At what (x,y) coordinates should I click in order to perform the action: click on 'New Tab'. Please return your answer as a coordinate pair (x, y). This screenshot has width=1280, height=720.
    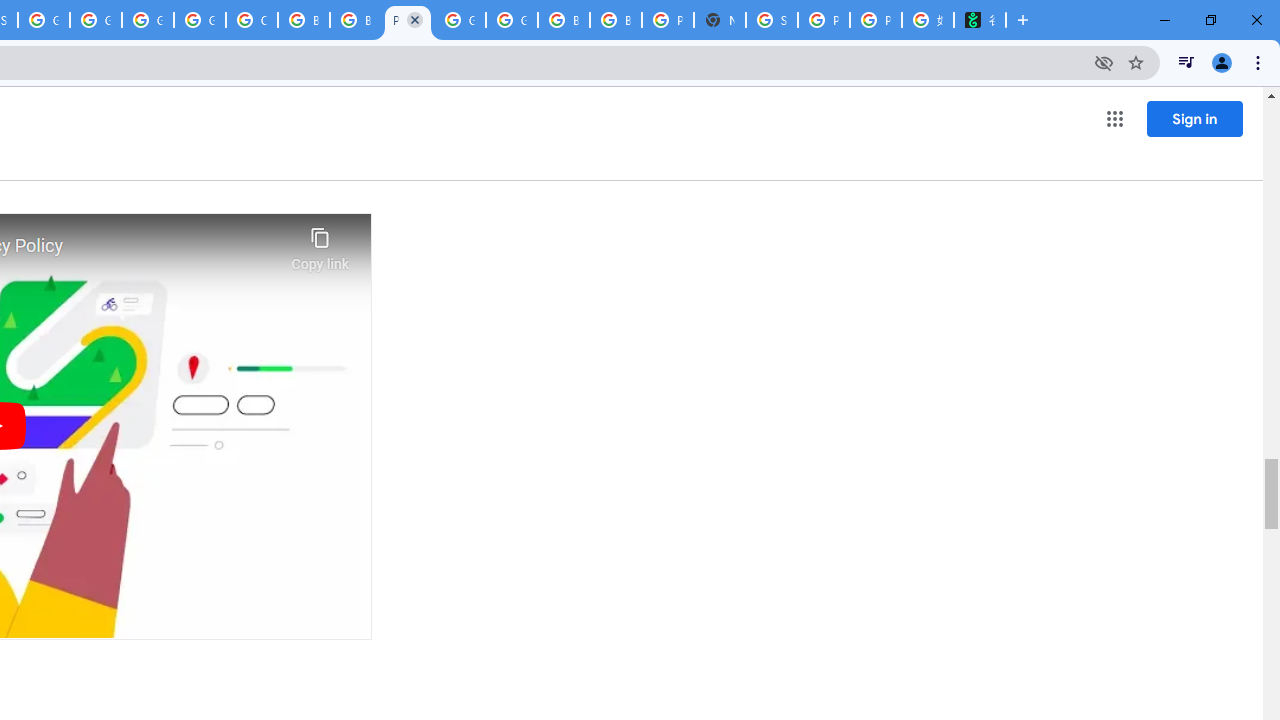
    Looking at the image, I should click on (720, 20).